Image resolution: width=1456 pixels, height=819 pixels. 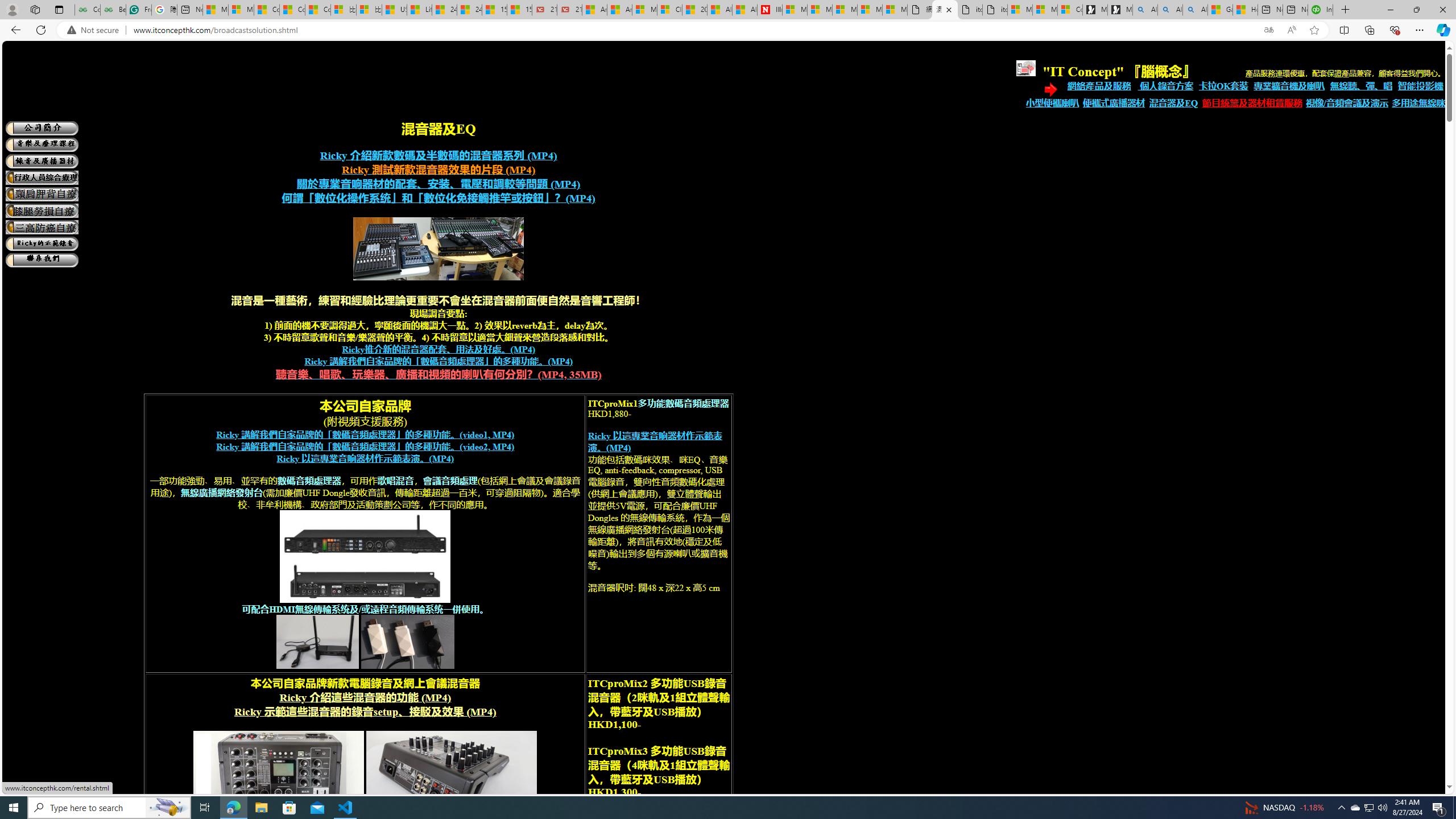 What do you see at coordinates (568, 9) in the screenshot?
I see `'21 Movies That Outdid the Books They Were Based On'` at bounding box center [568, 9].